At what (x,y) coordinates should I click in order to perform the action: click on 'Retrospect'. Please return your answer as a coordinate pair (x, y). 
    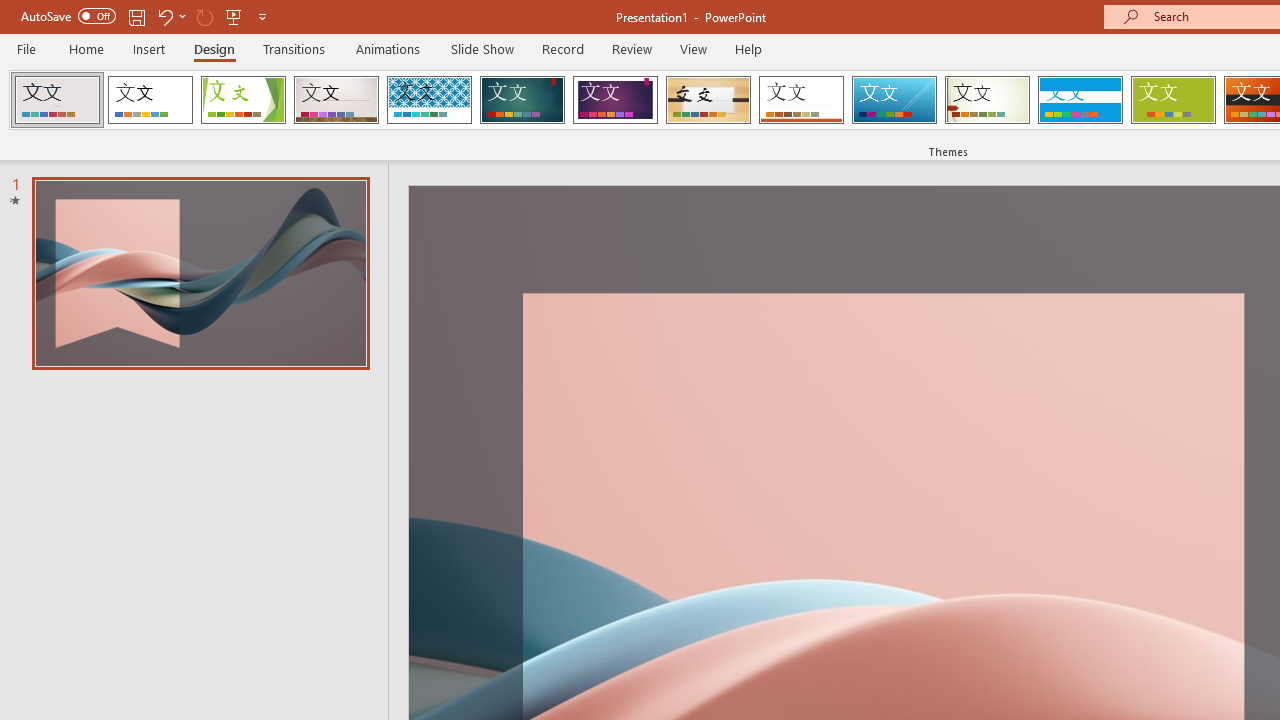
    Looking at the image, I should click on (801, 100).